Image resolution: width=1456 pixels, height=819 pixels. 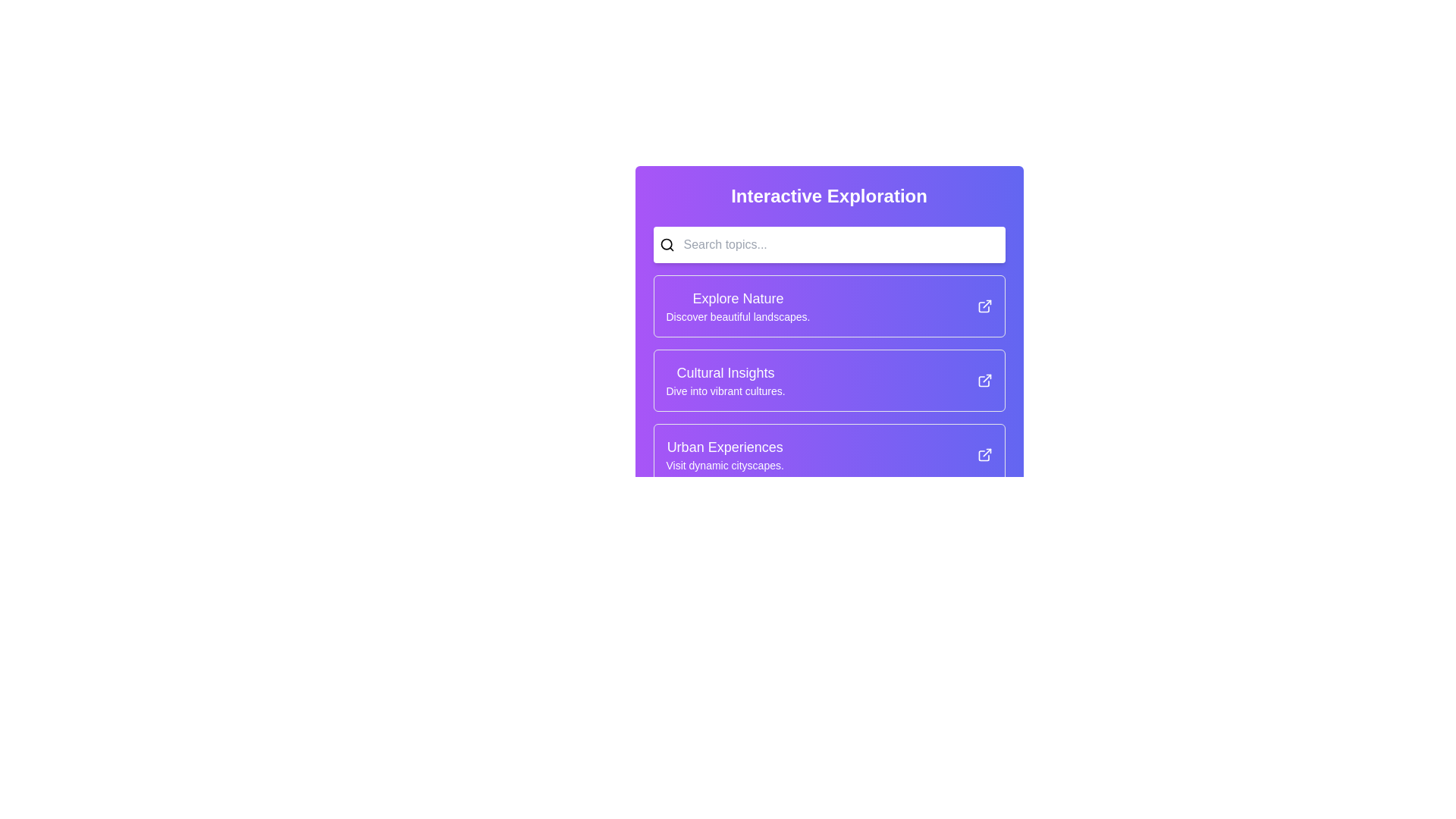 What do you see at coordinates (984, 306) in the screenshot?
I see `the external link icon, which is a small square with a diagonal arrow pointing outwards, located on the far right side of the 'Explore Nature' section` at bounding box center [984, 306].